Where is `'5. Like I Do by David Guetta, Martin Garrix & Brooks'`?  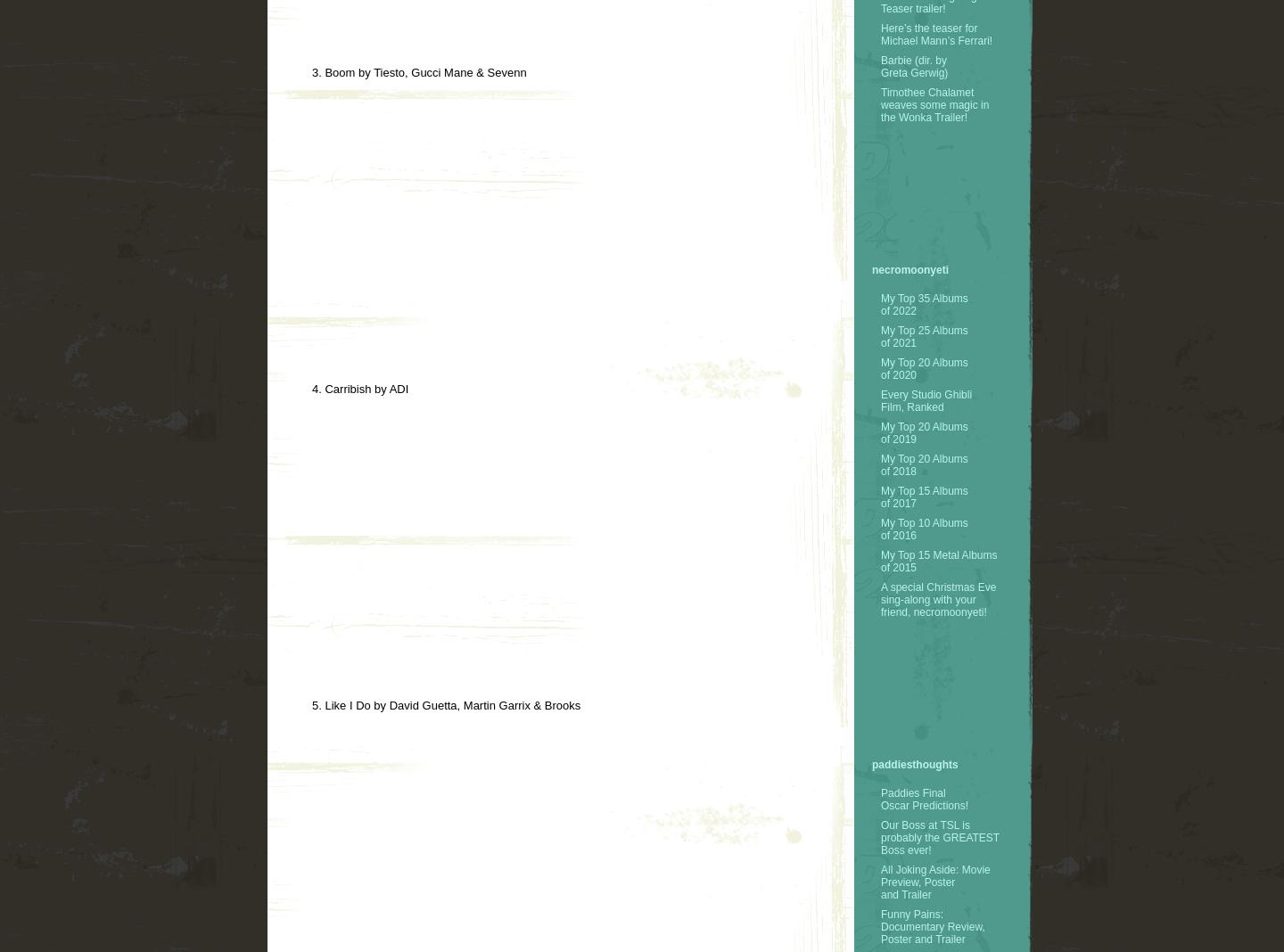 '5. Like I Do by David Guetta, Martin Garrix & Brooks' is located at coordinates (445, 705).